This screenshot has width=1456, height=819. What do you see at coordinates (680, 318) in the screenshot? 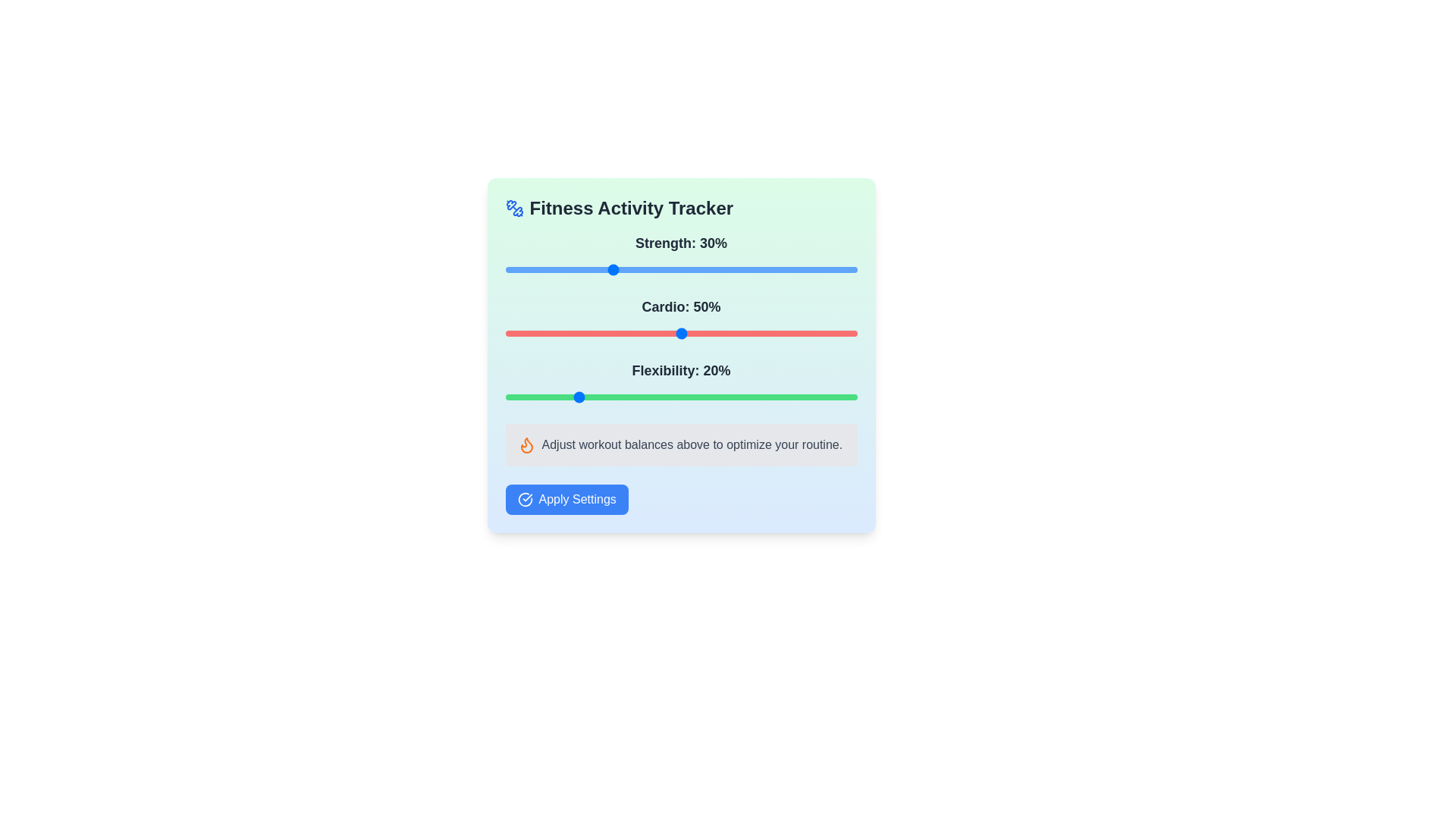
I see `the 'Cardio: 50%' slider to adjust its value` at bounding box center [680, 318].